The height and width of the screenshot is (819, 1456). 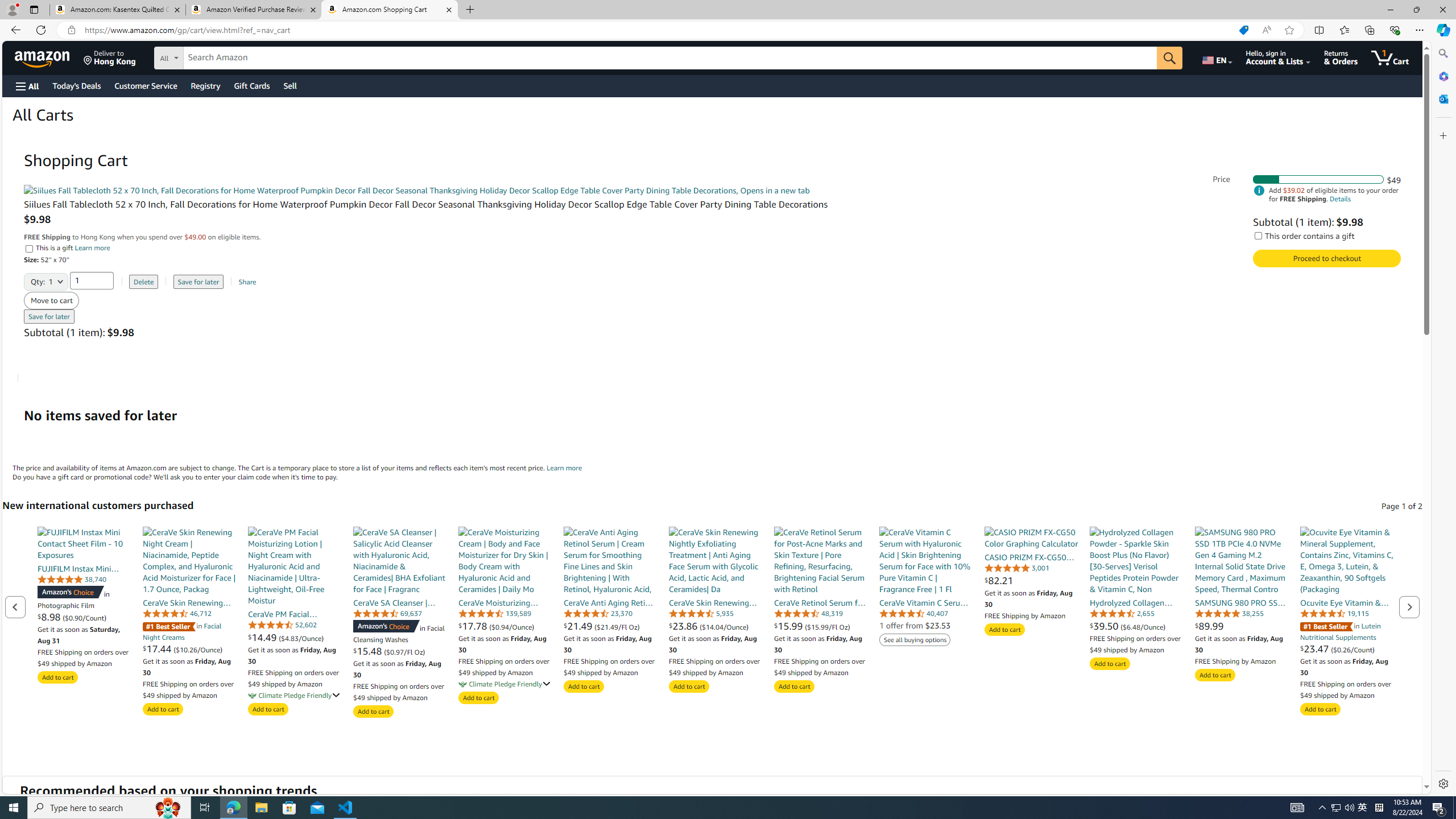 I want to click on 'This order contains a gift', so click(x=1259, y=235).